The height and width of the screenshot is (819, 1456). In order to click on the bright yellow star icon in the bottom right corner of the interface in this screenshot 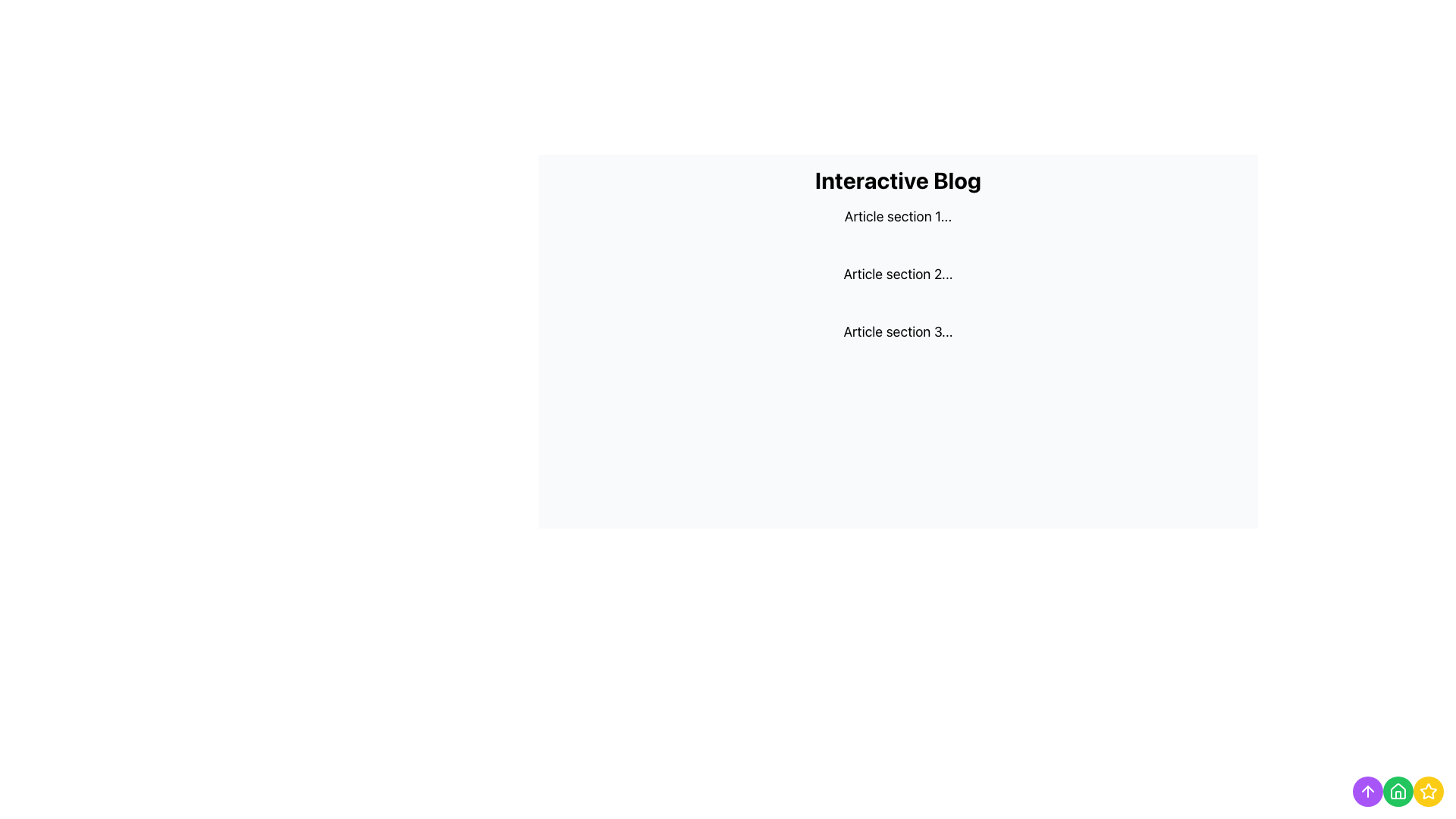, I will do `click(1427, 790)`.